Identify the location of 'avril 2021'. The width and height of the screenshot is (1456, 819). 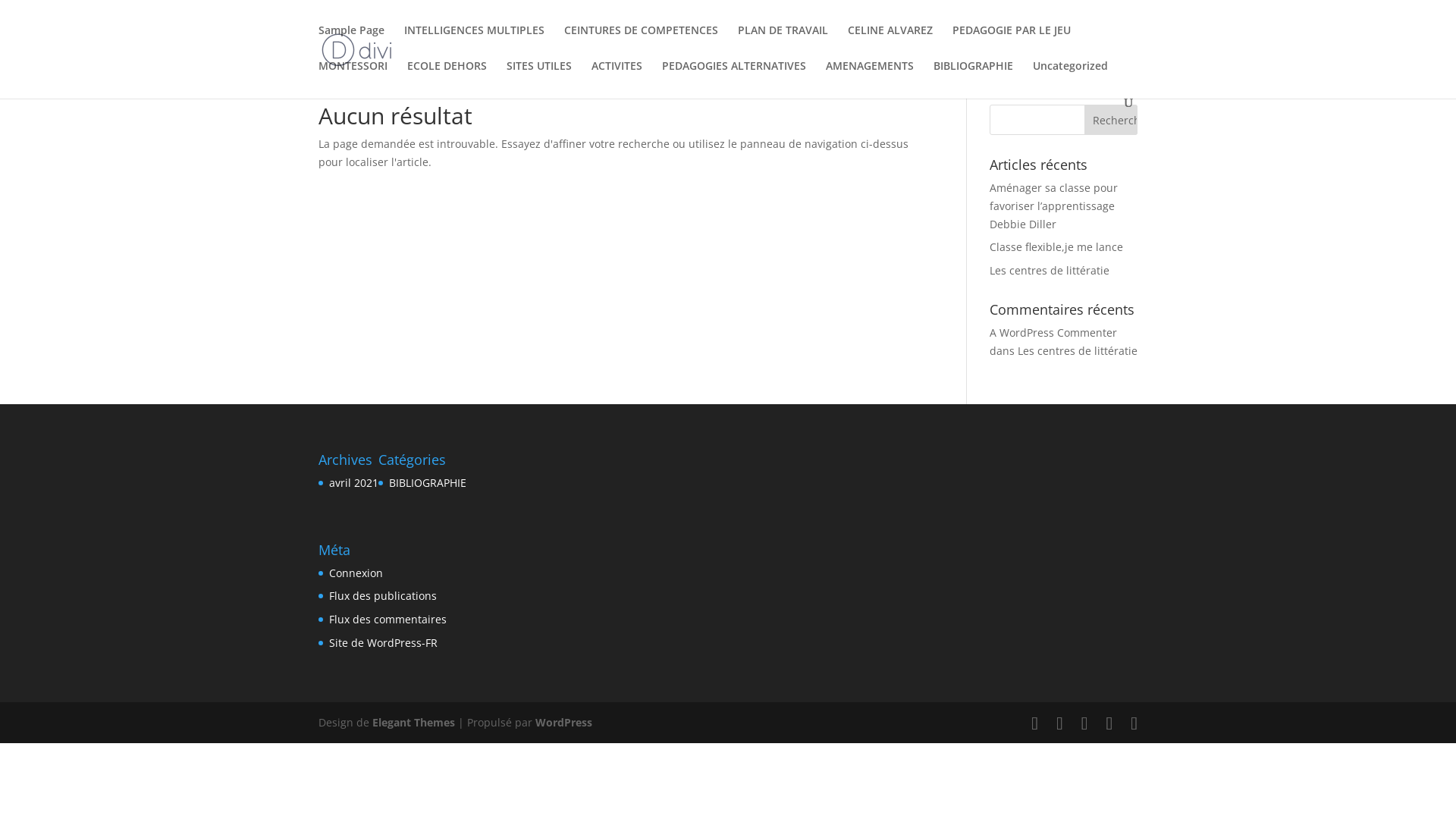
(353, 482).